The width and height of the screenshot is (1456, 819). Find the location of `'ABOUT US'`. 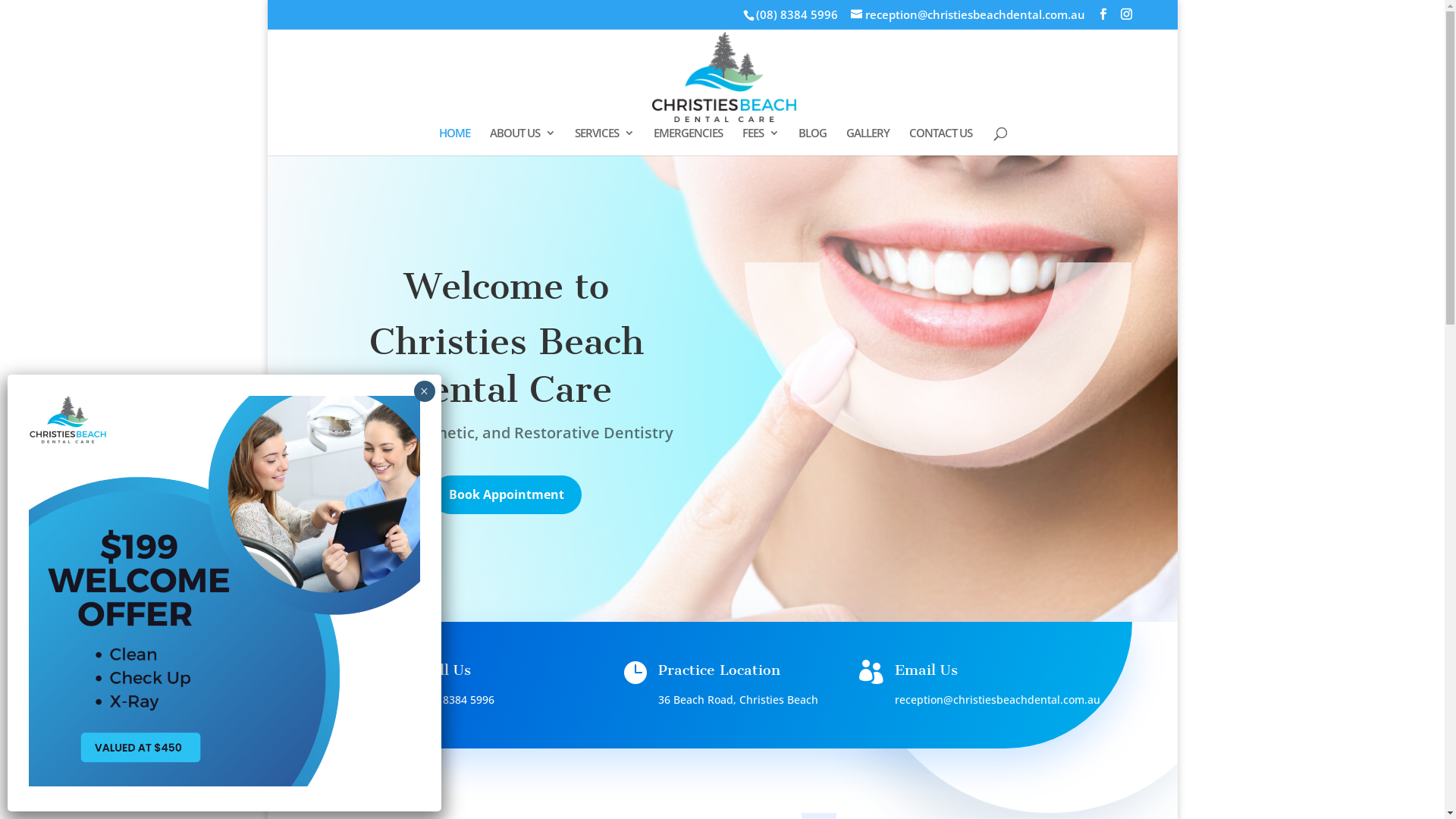

'ABOUT US' is located at coordinates (522, 141).